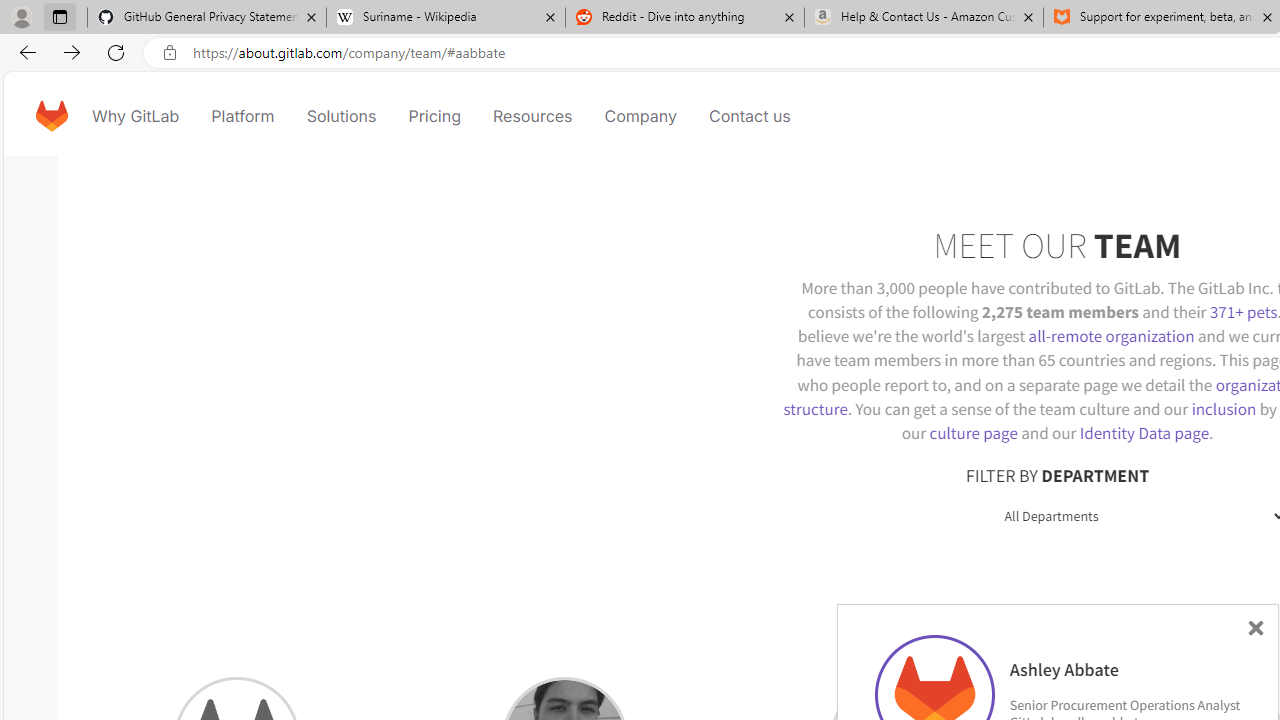 Image resolution: width=1280 pixels, height=720 pixels. I want to click on 'GitLab home page', so click(51, 115).